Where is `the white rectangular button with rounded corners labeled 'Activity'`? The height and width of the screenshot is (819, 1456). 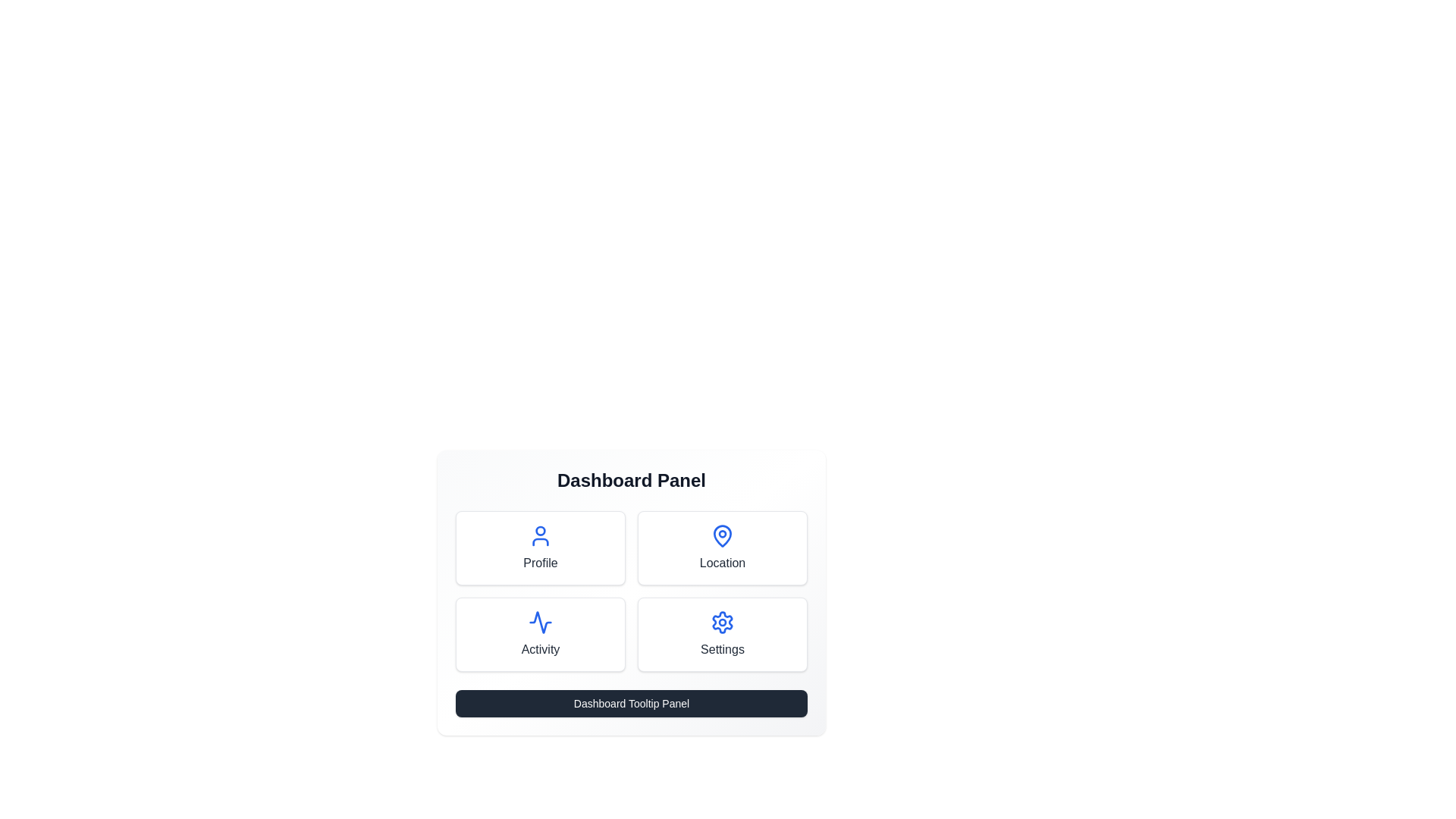
the white rectangular button with rounded corners labeled 'Activity' is located at coordinates (541, 635).